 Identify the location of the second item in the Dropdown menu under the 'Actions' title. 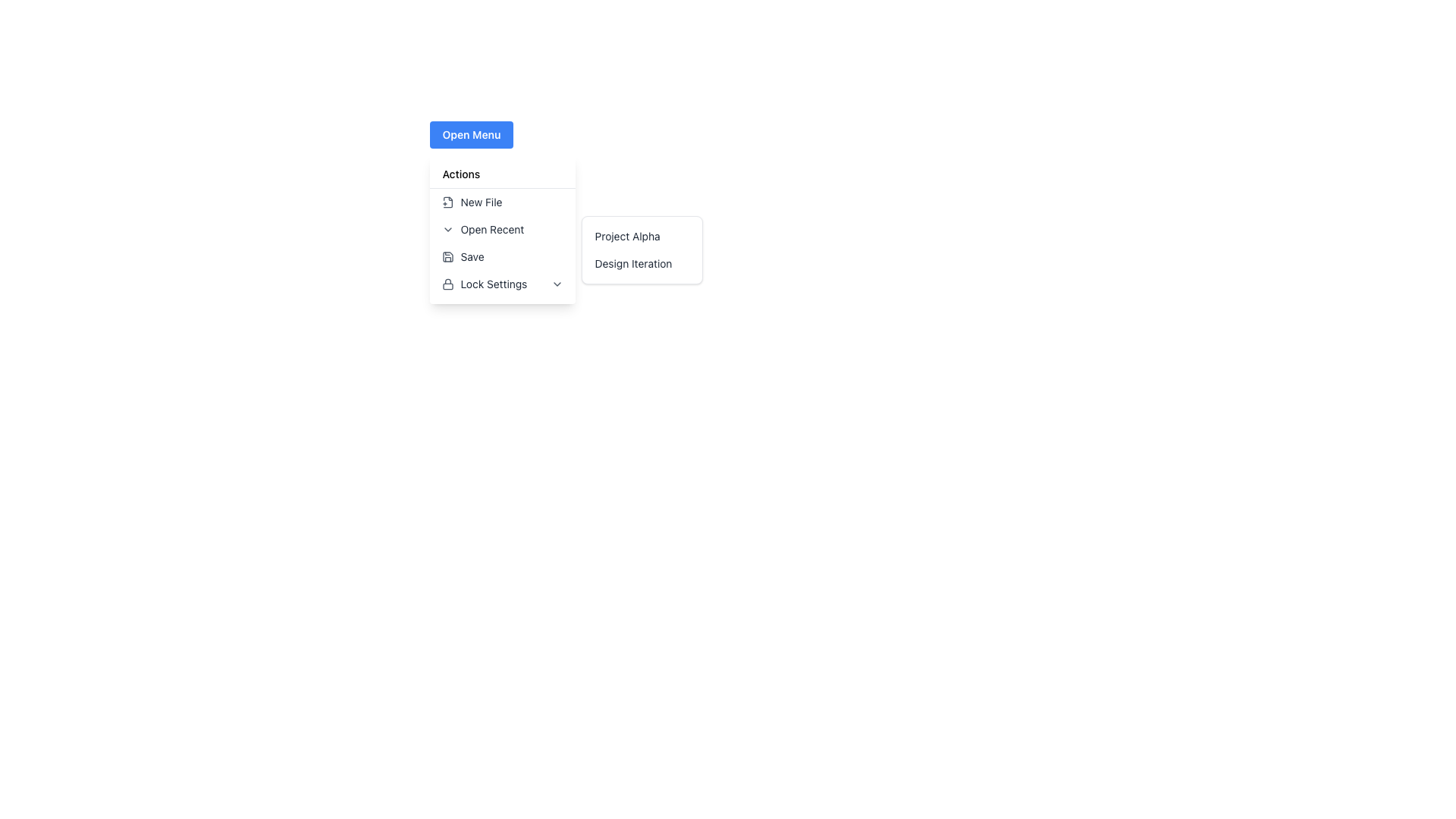
(503, 230).